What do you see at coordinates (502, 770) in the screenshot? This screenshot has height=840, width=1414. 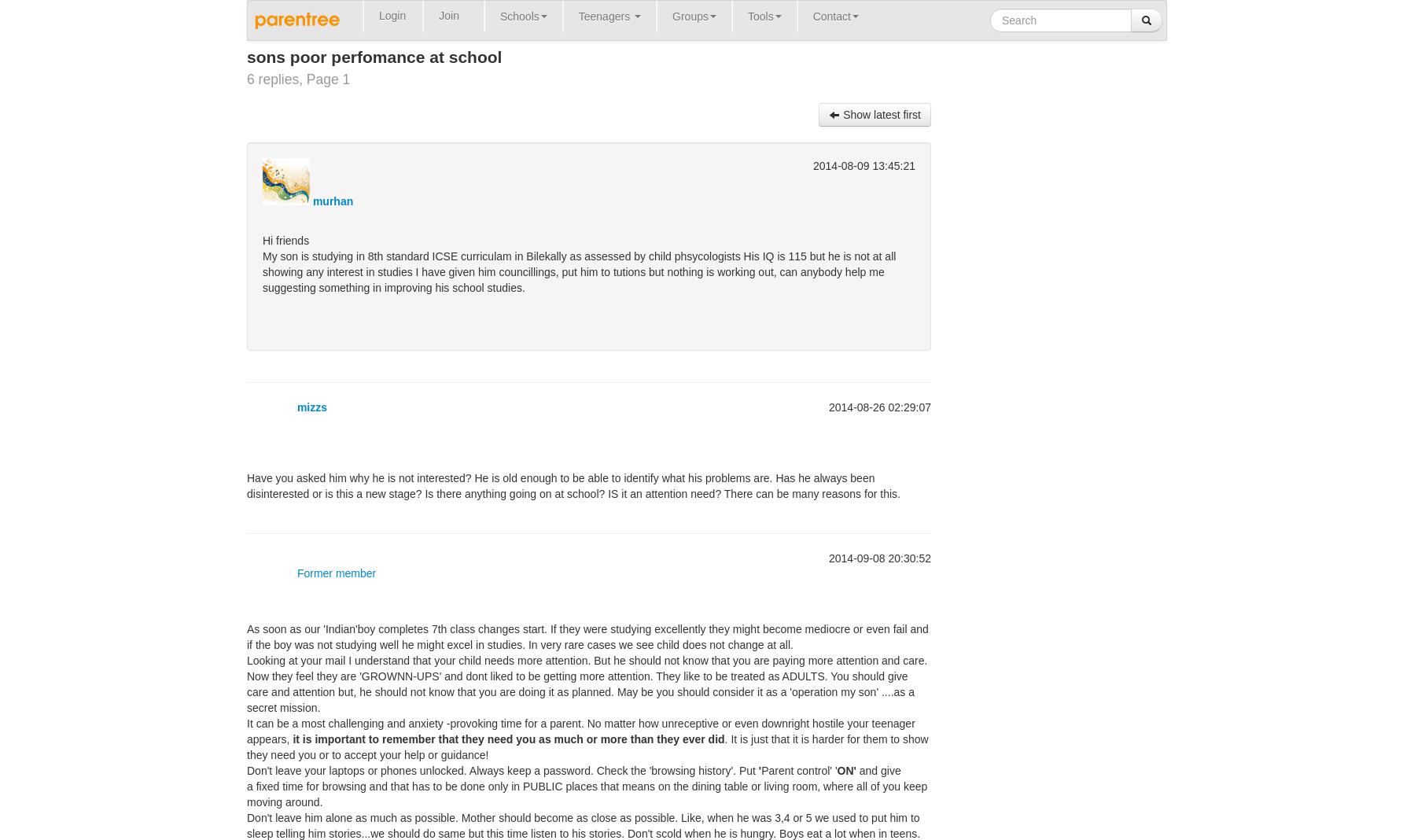 I see `'Don't leave your laptops or phones unlocked. Always keep a password. Check the 'browsing history'. Put'` at bounding box center [502, 770].